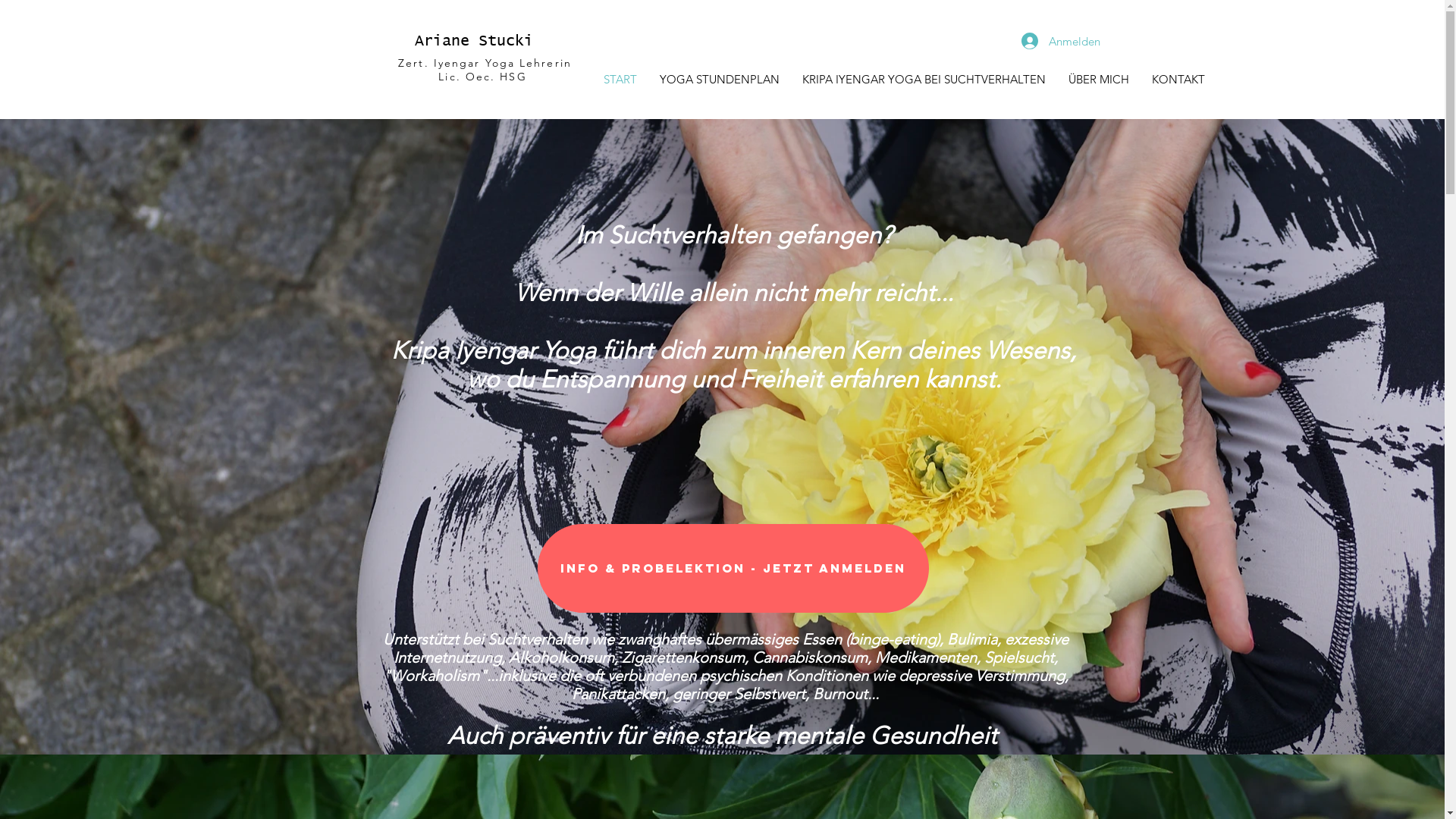 The height and width of the screenshot is (819, 1456). What do you see at coordinates (1178, 79) in the screenshot?
I see `'KONTAKT'` at bounding box center [1178, 79].